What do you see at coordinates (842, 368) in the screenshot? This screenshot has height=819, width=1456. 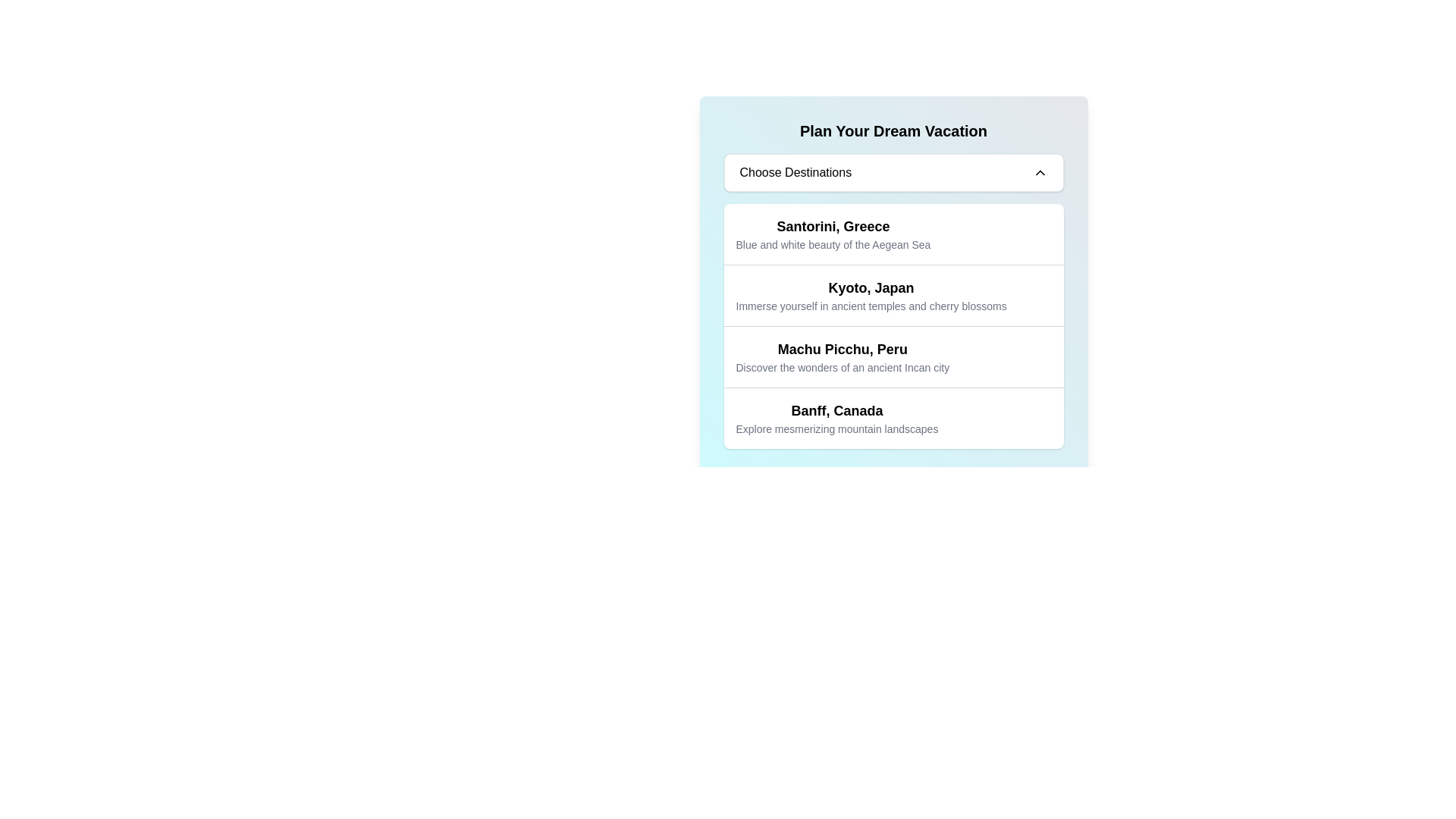 I see `the text block displaying 'Discover the wonders of an ancient Incan city' for copying, which is styled in small, gray sans-serif text and positioned below the main title in the section titled 'Machu Picchu, Peru'` at bounding box center [842, 368].